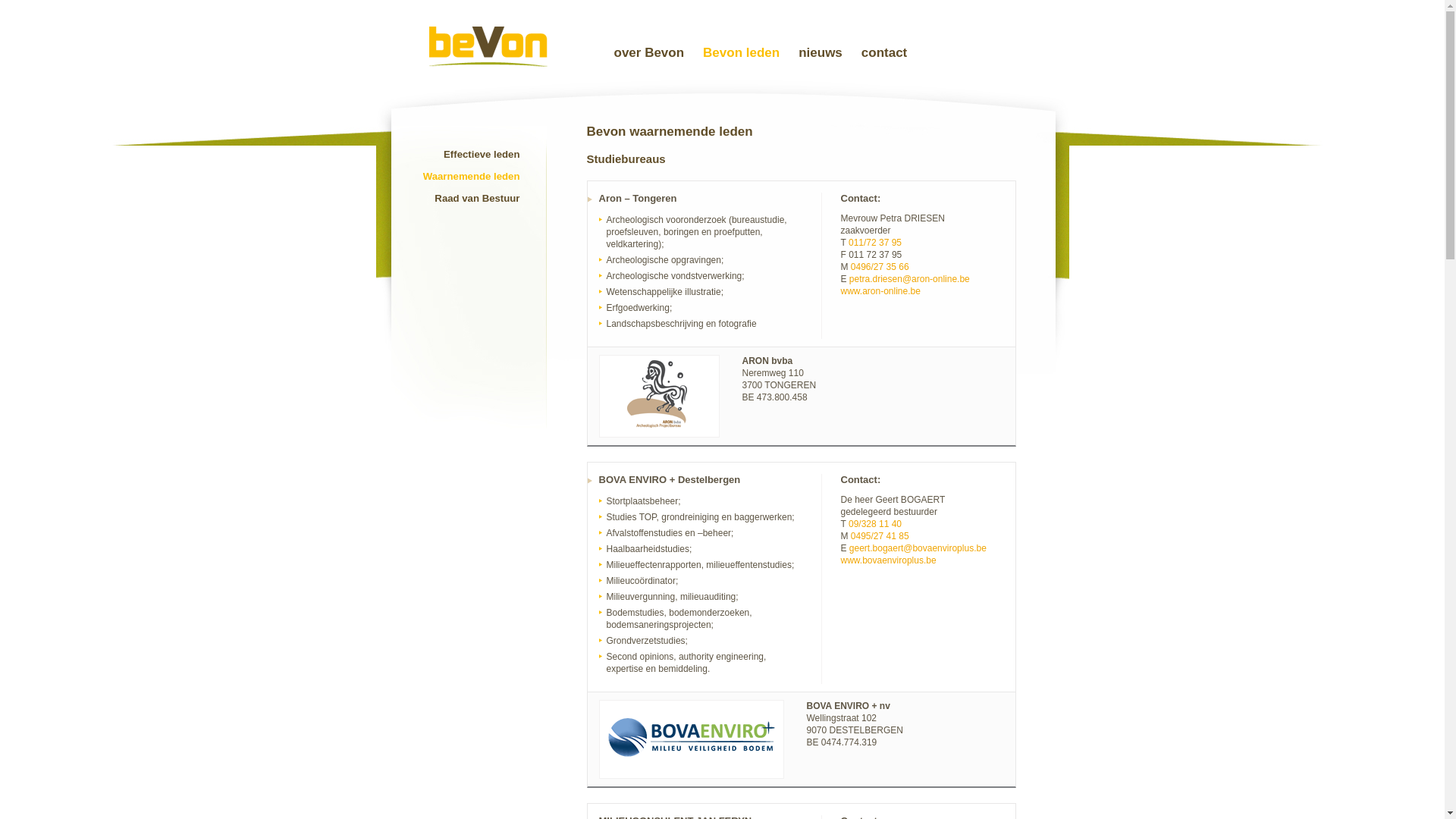 The image size is (1456, 819). What do you see at coordinates (433, 197) in the screenshot?
I see `'Raad van Bestuur'` at bounding box center [433, 197].